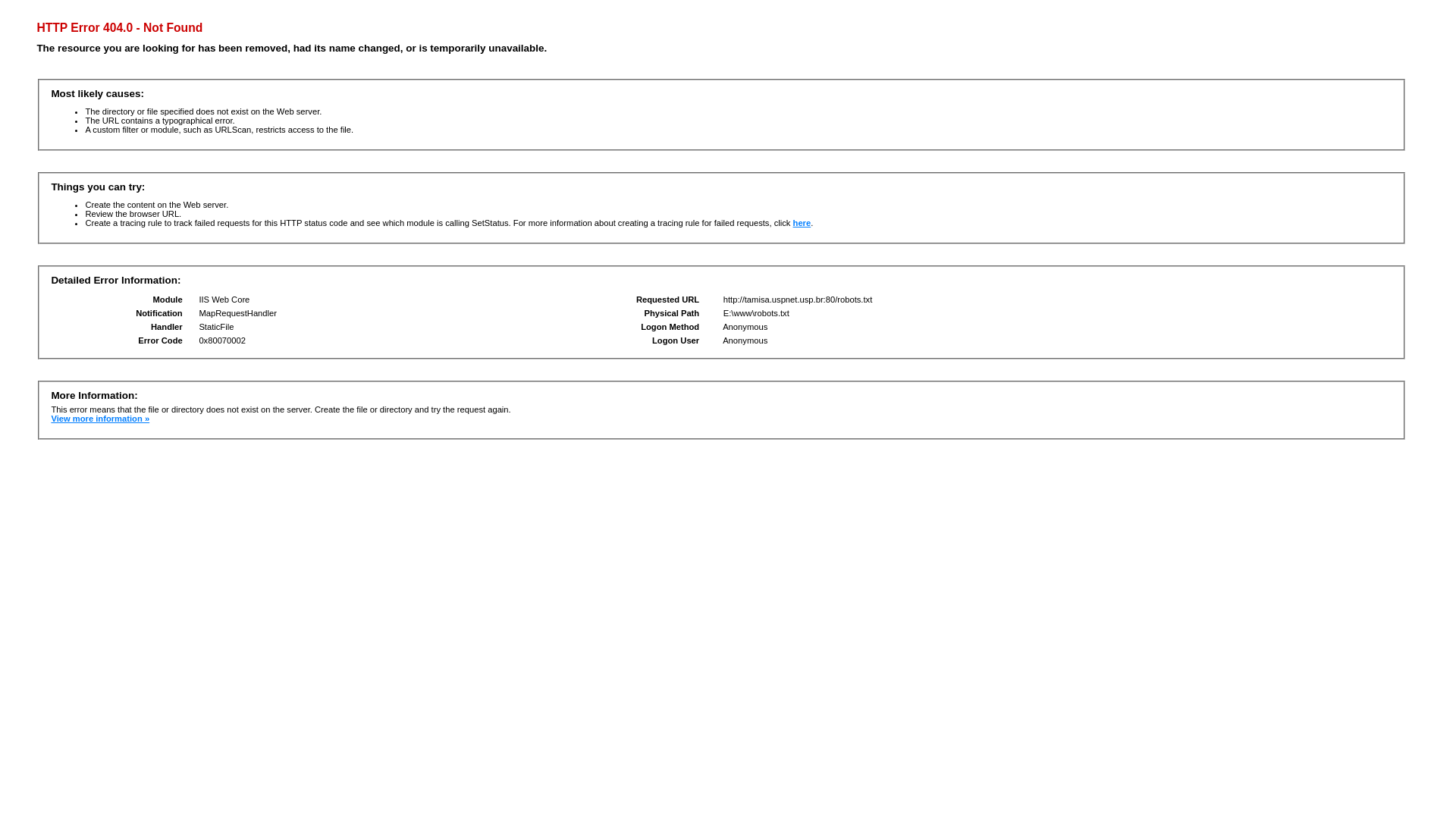  What do you see at coordinates (801, 222) in the screenshot?
I see `'here'` at bounding box center [801, 222].